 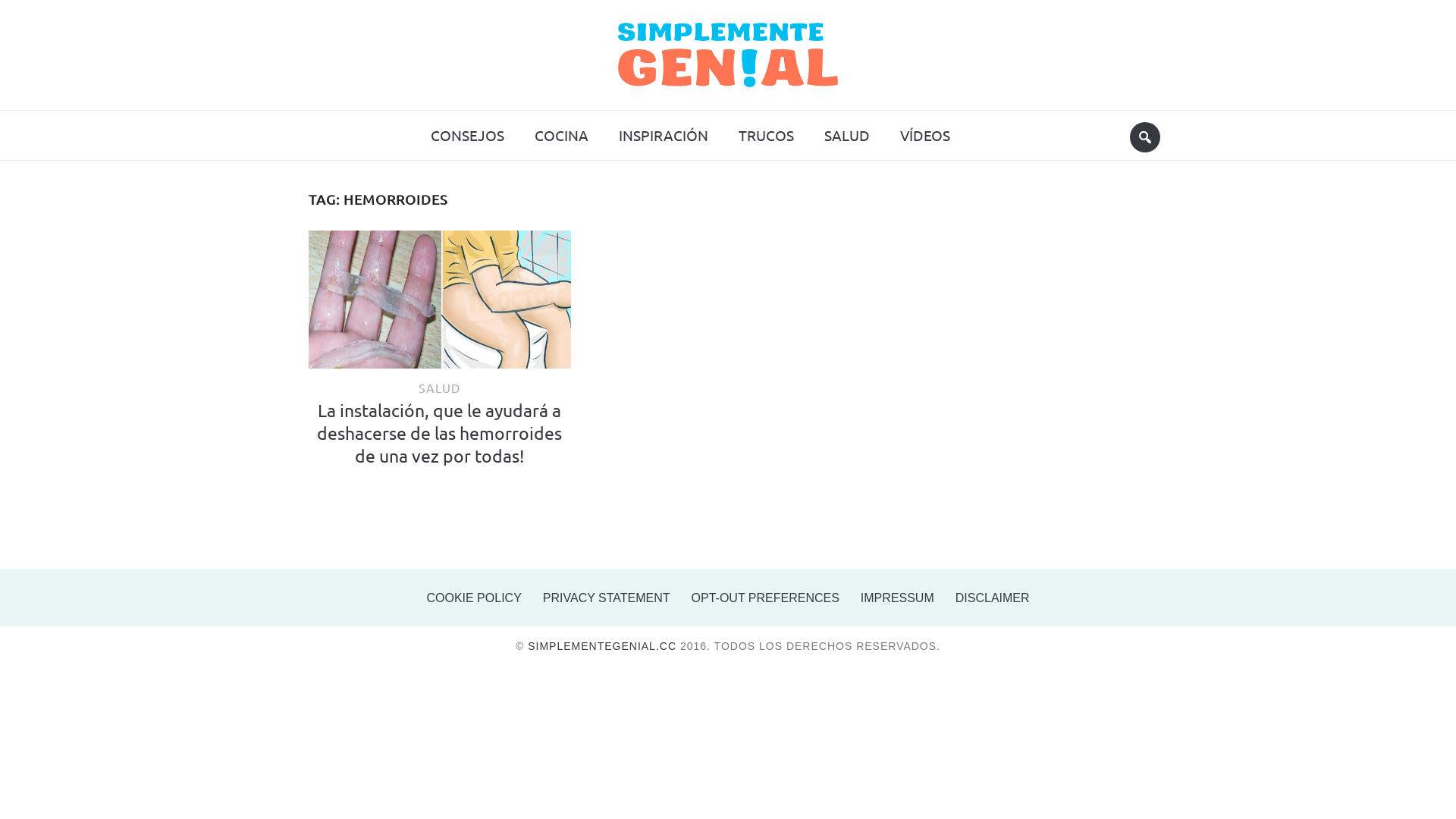 What do you see at coordinates (765, 597) in the screenshot?
I see `'OPT-OUT PREFERENCES'` at bounding box center [765, 597].